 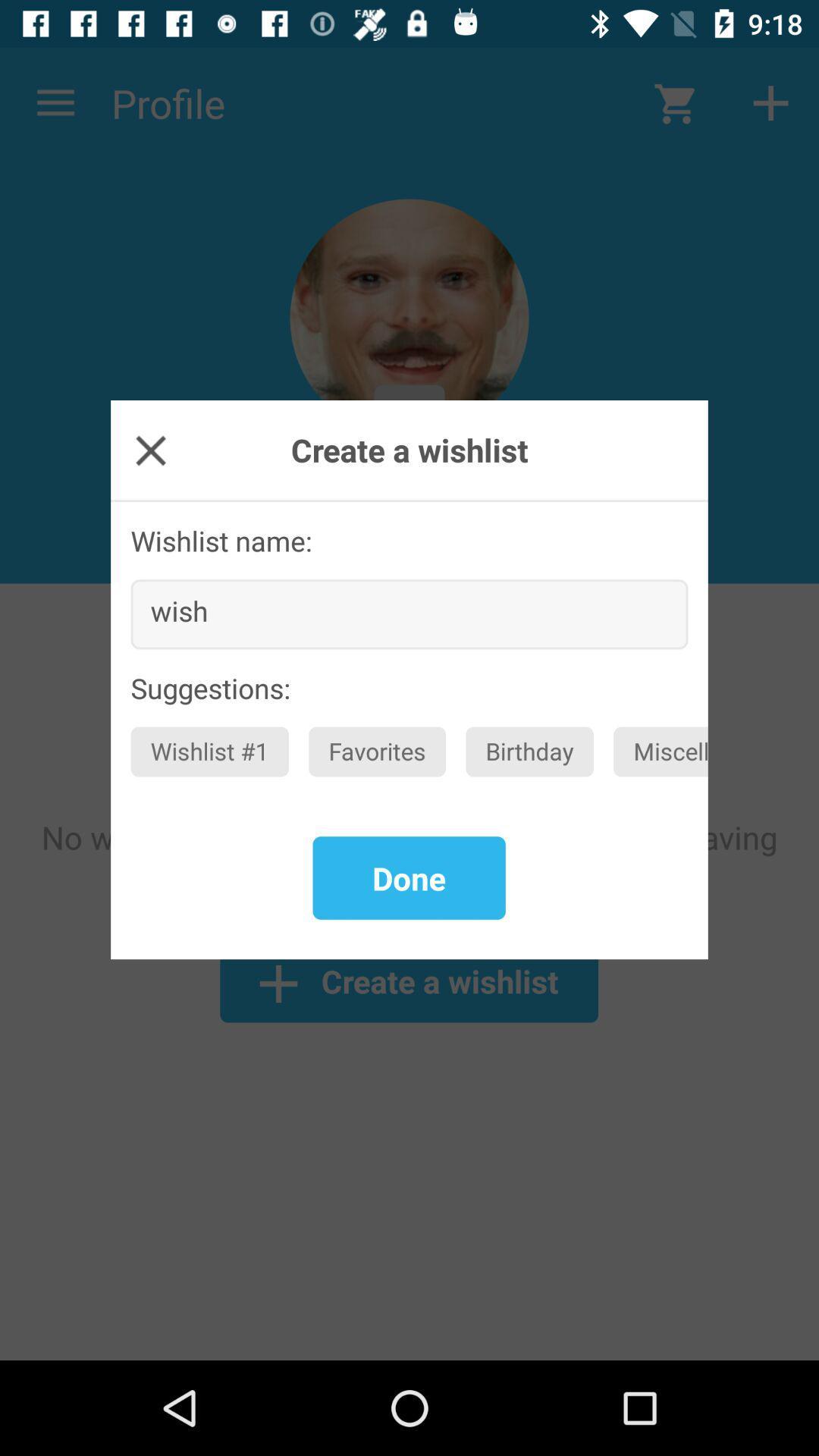 I want to click on window, so click(x=151, y=449).